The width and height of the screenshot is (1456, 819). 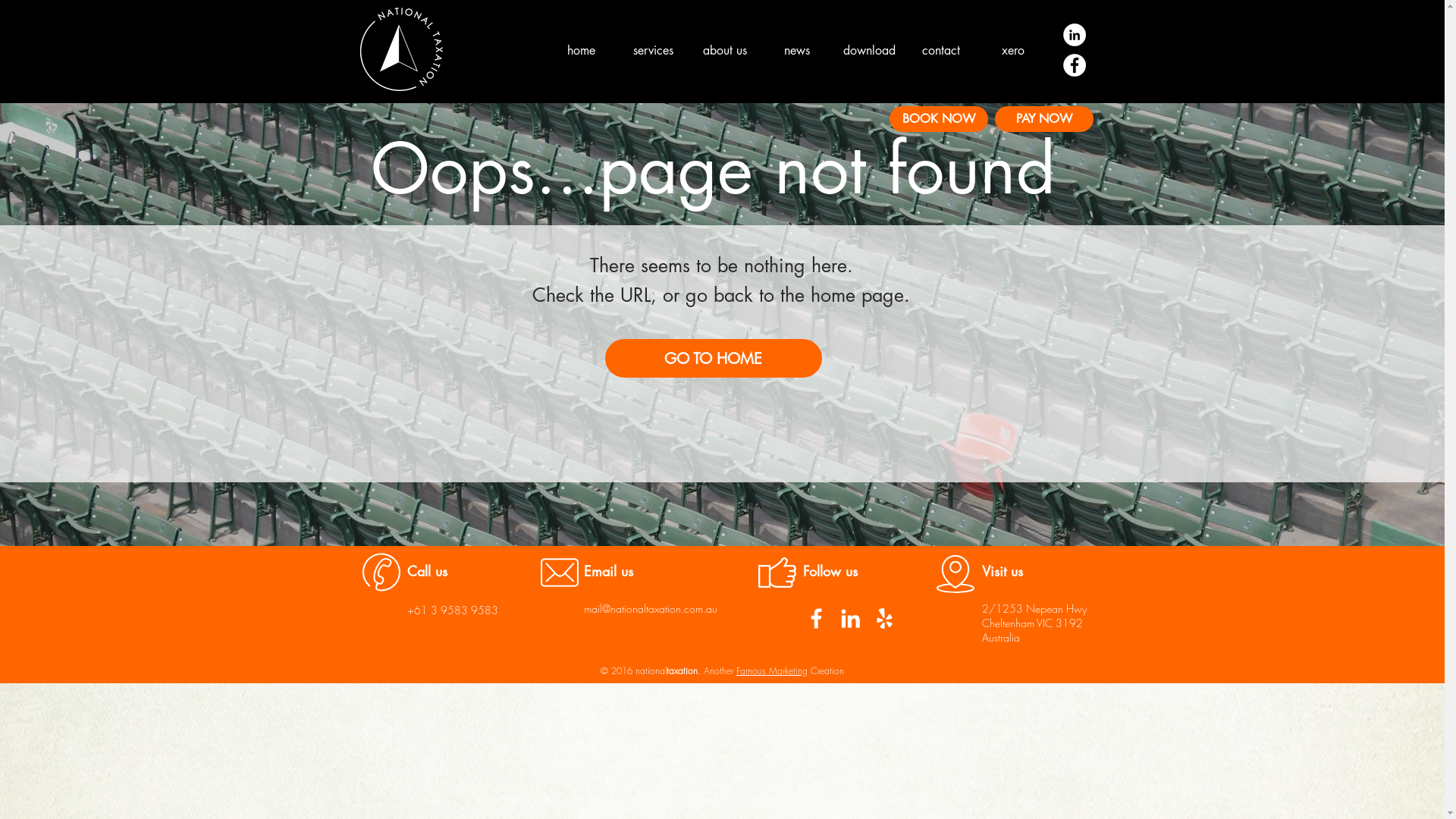 I want to click on 'BOOK NOW', so click(x=937, y=118).